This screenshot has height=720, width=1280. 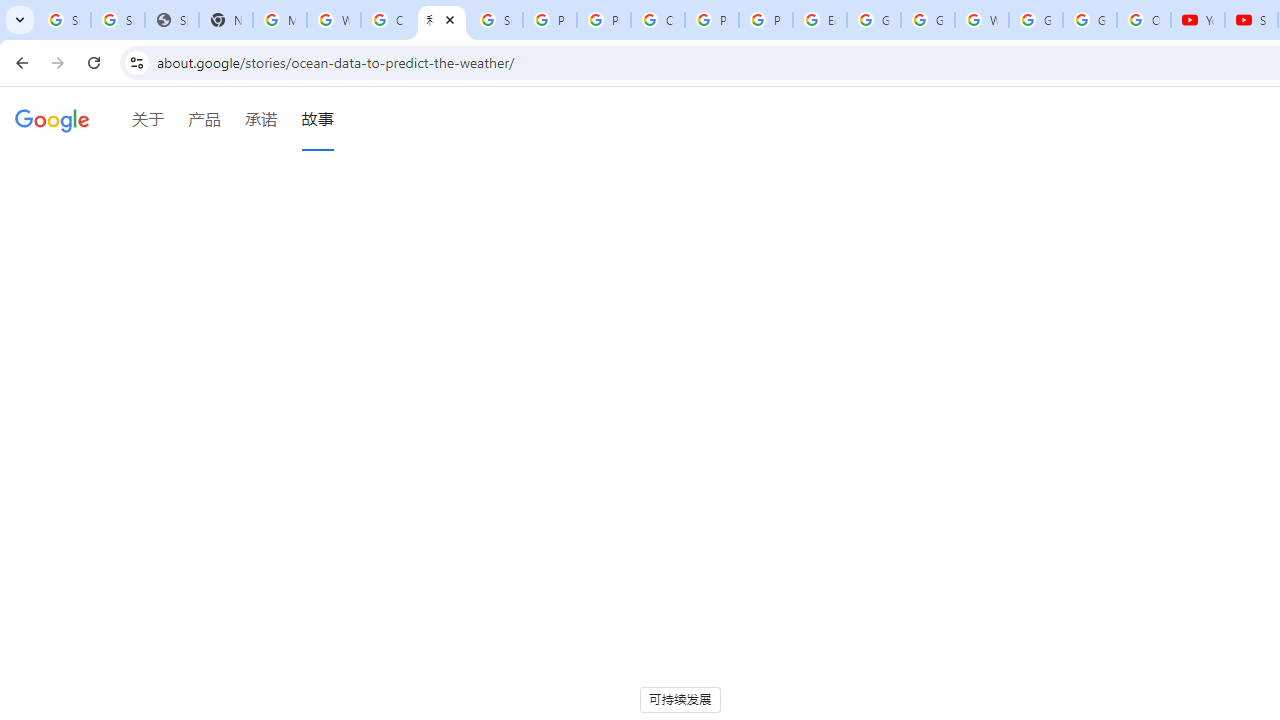 What do you see at coordinates (225, 20) in the screenshot?
I see `'New Tab'` at bounding box center [225, 20].